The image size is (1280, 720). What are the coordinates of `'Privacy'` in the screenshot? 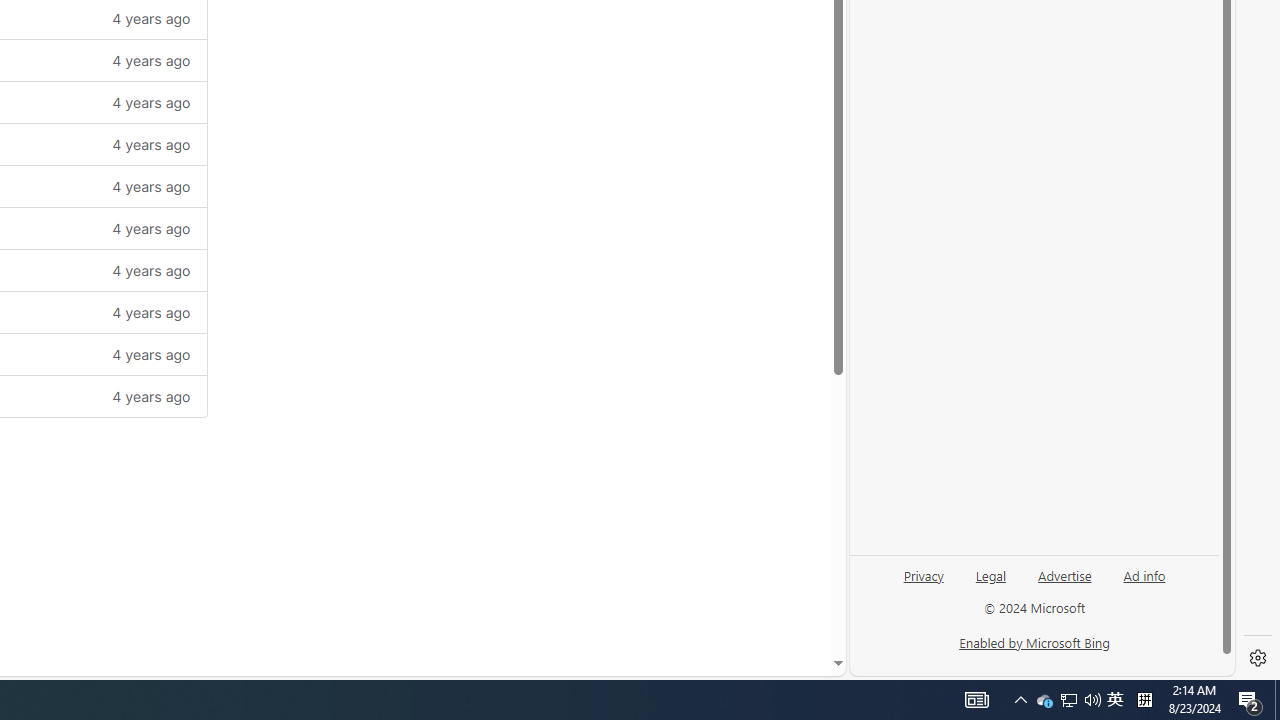 It's located at (922, 583).